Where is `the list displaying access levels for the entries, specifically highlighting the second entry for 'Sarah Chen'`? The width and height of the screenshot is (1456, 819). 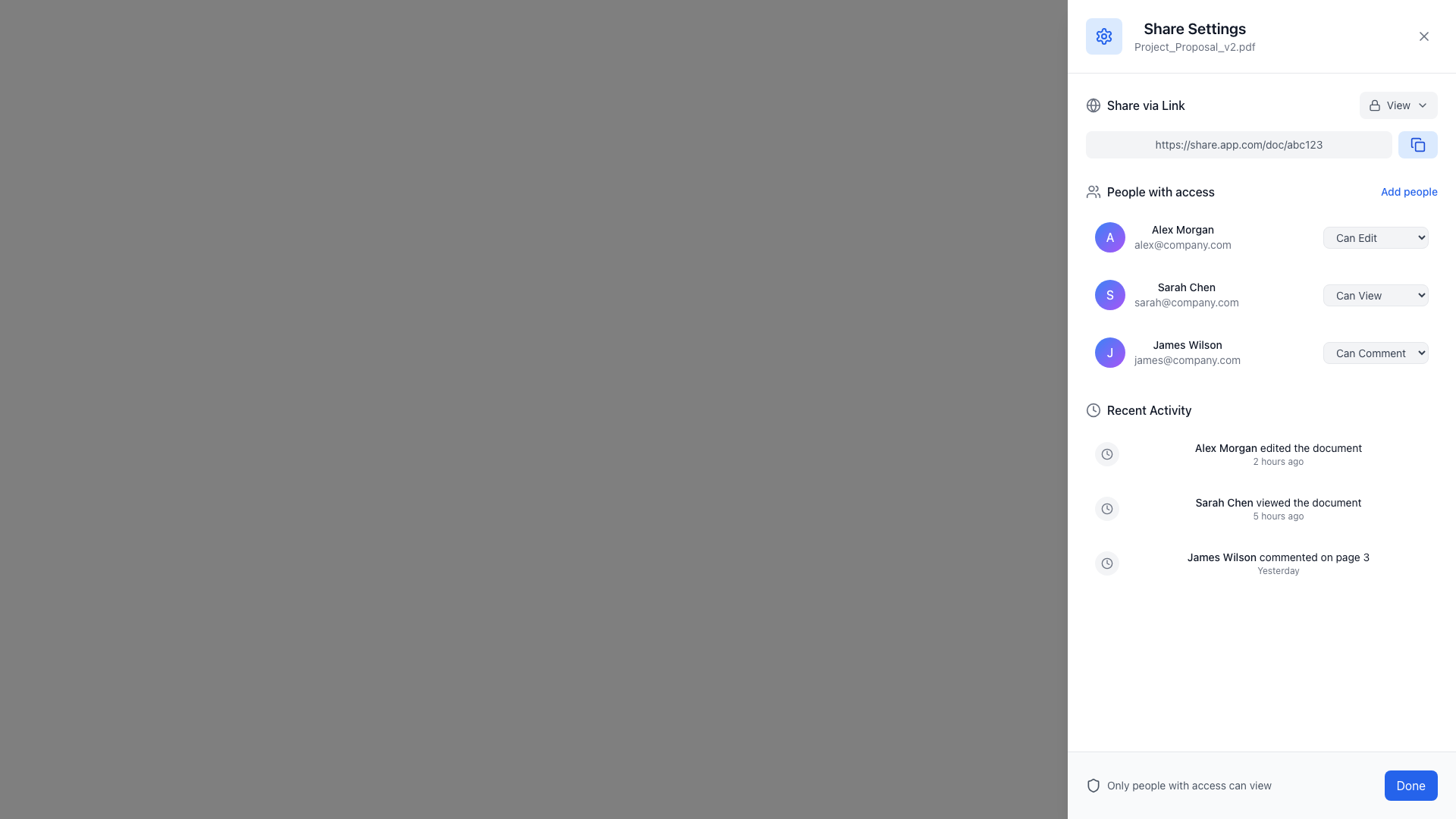
the list displaying access levels for the entries, specifically highlighting the second entry for 'Sarah Chen' is located at coordinates (1262, 280).